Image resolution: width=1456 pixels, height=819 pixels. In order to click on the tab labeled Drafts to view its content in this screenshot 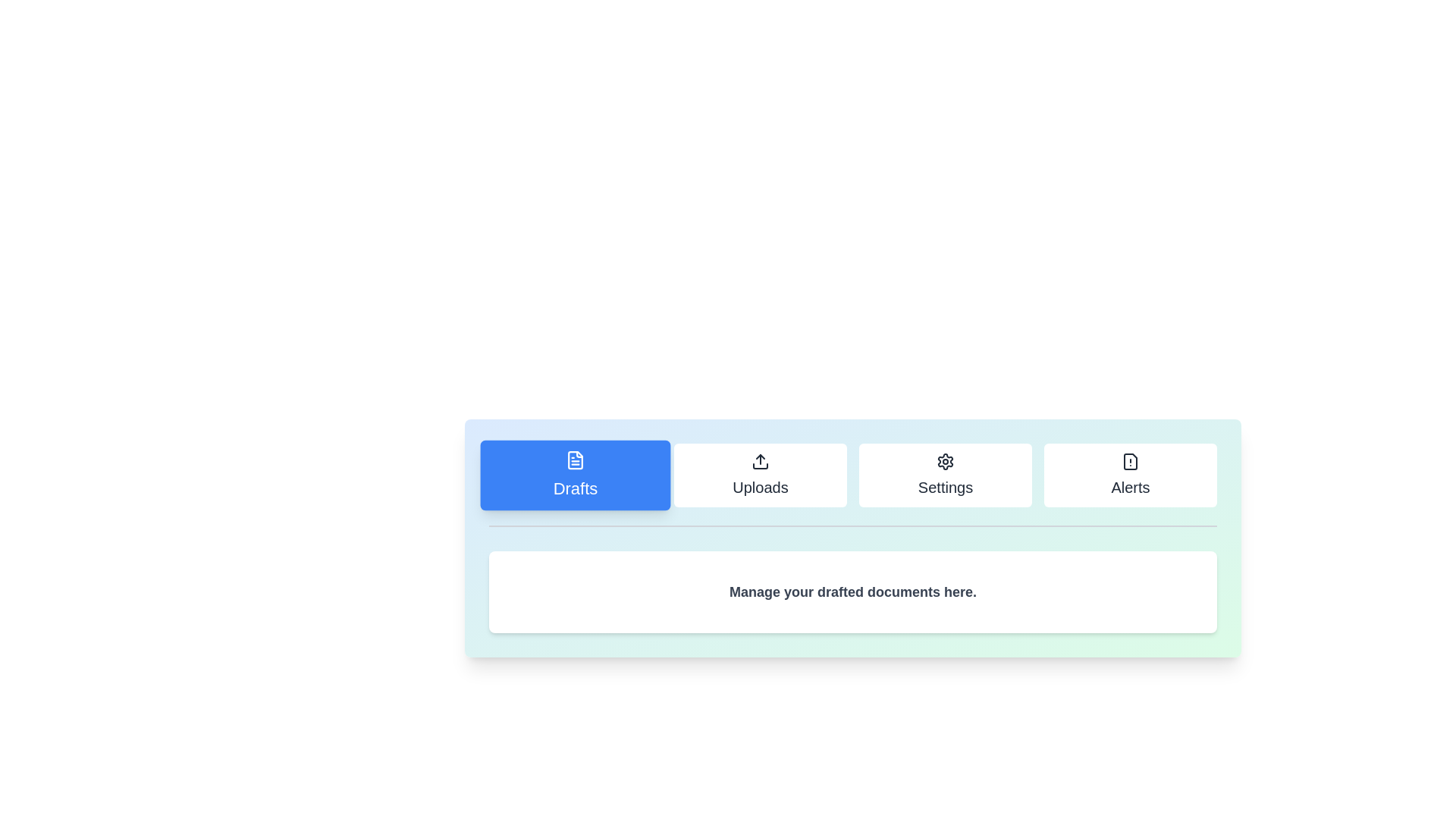, I will do `click(574, 475)`.